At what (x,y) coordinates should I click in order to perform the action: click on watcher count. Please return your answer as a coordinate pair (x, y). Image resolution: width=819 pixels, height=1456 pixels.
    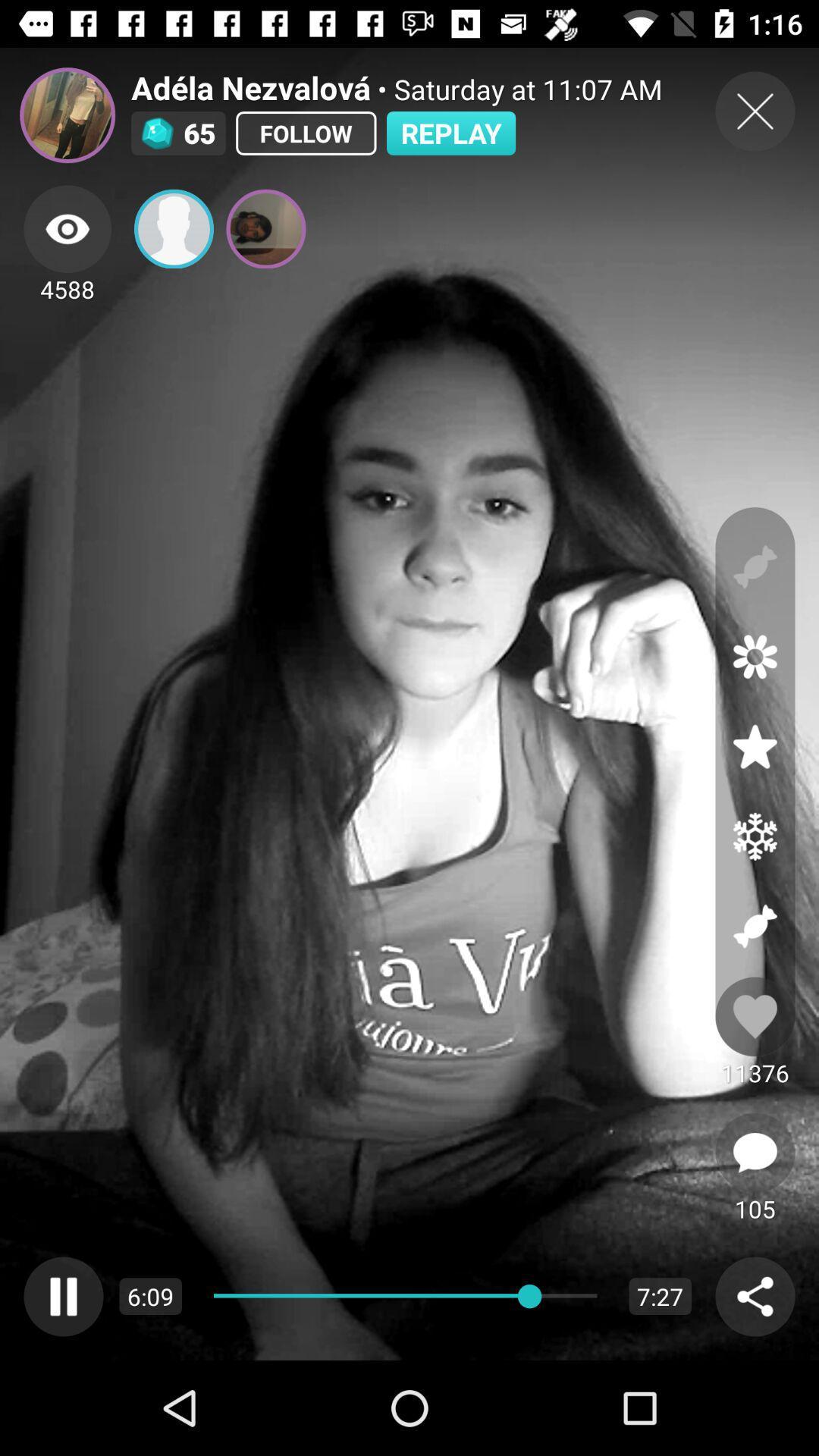
    Looking at the image, I should click on (67, 228).